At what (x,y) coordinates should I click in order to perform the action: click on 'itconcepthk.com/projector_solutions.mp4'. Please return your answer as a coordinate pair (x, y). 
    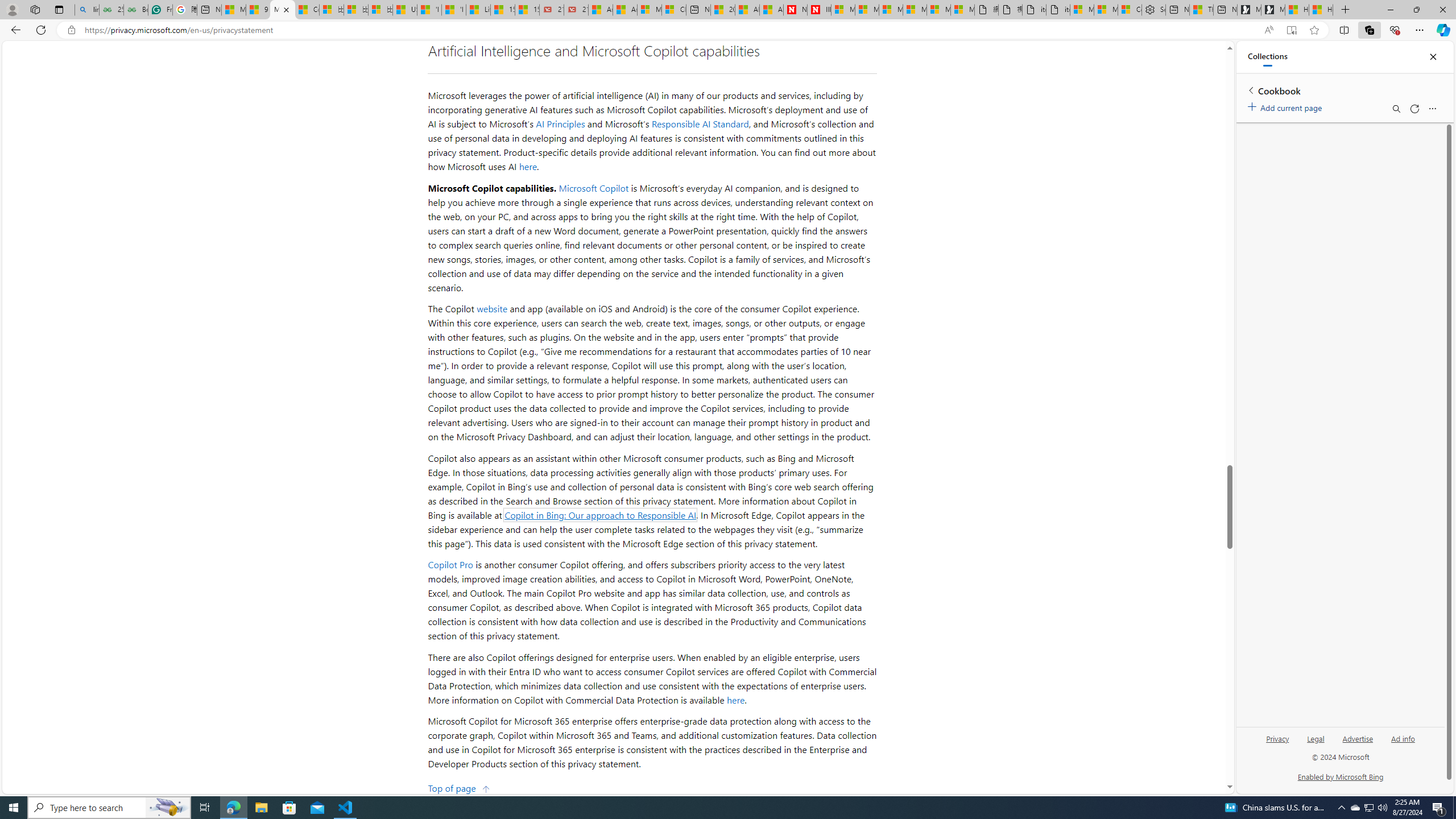
    Looking at the image, I should click on (1057, 9).